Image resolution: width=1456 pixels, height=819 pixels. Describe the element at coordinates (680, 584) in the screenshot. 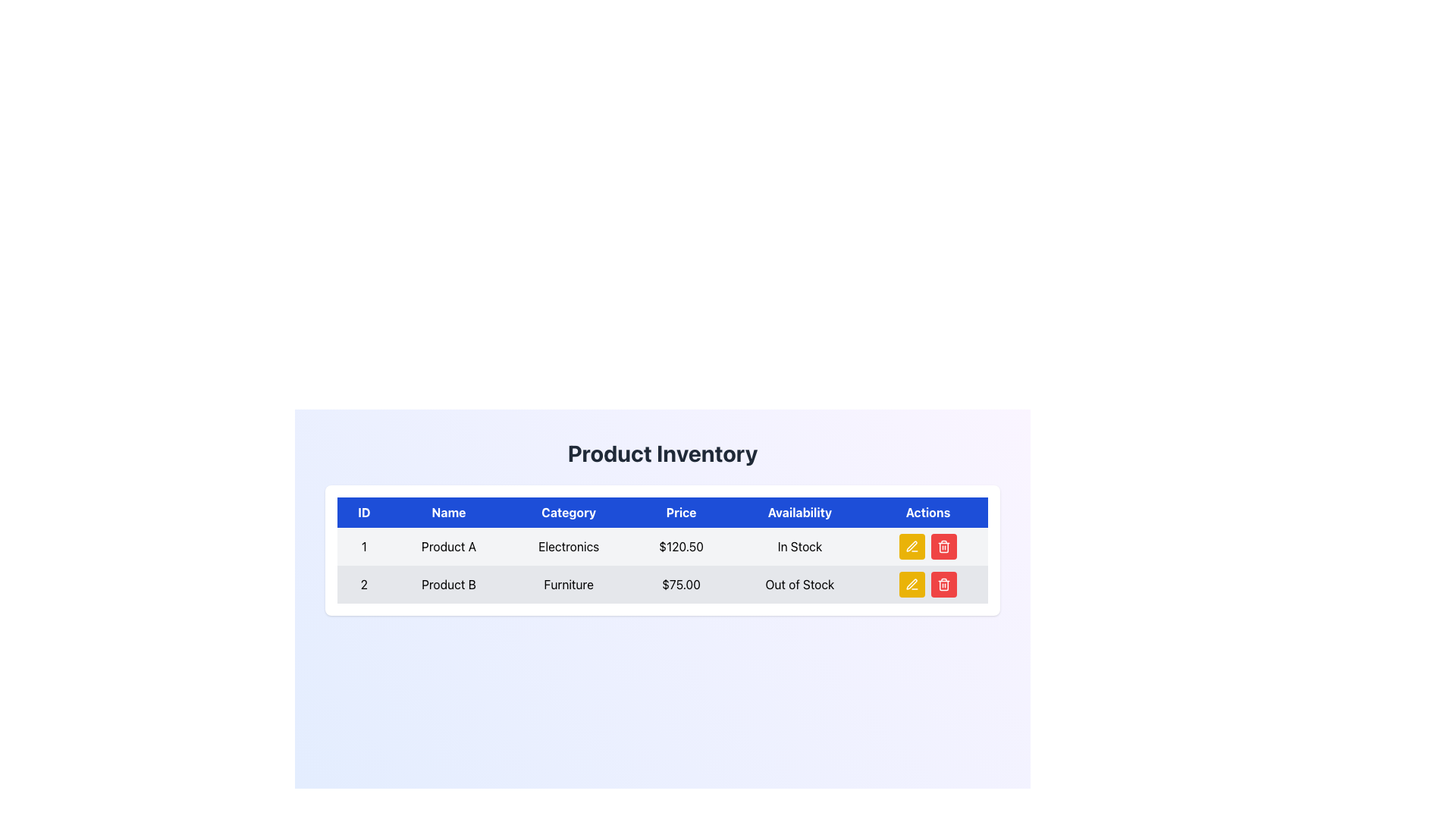

I see `the price label` at that location.